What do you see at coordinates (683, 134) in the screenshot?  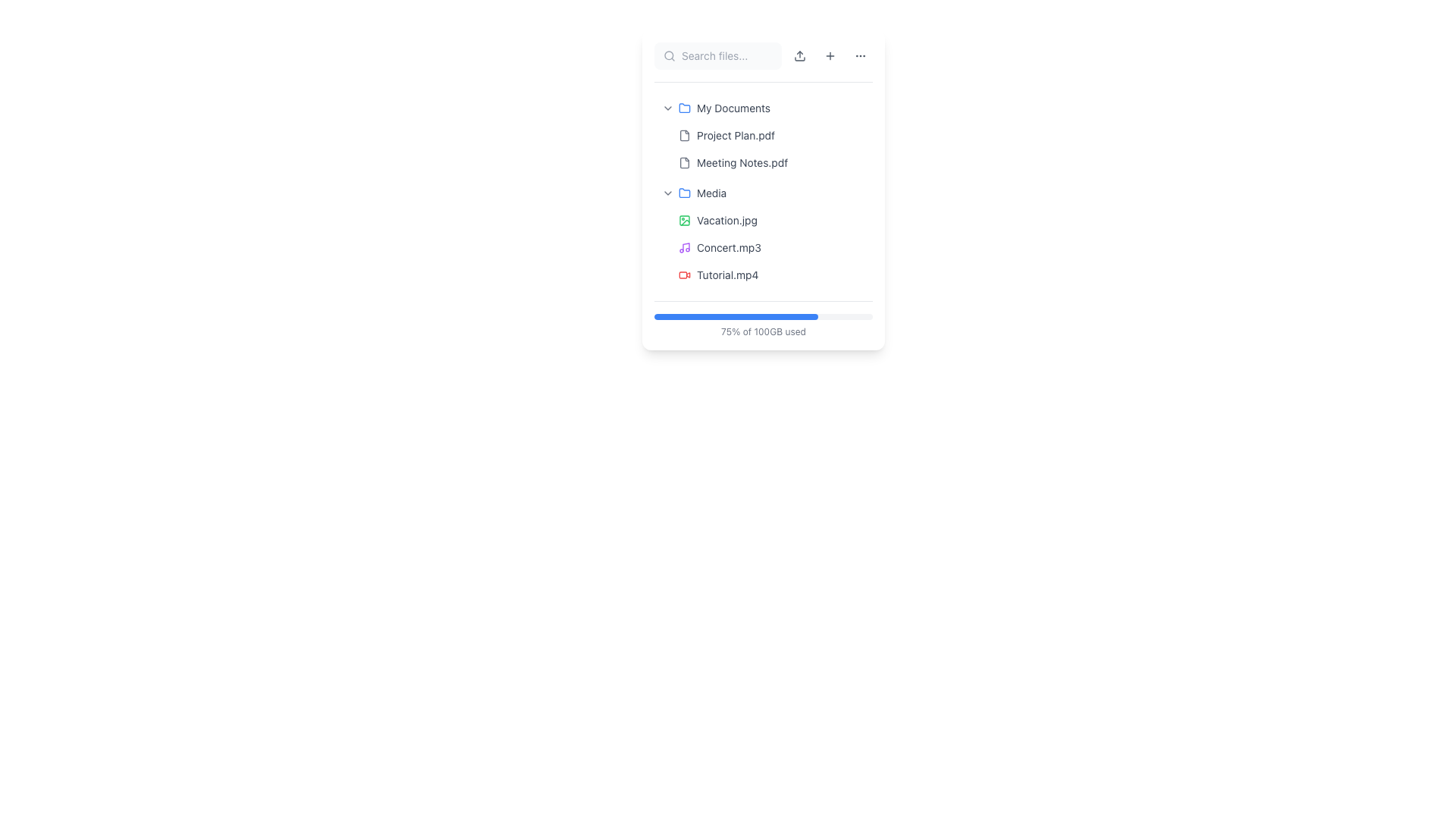 I see `the document icon located to the left of the text 'Project Plan.pdf' under the 'My Documents' folder heading` at bounding box center [683, 134].